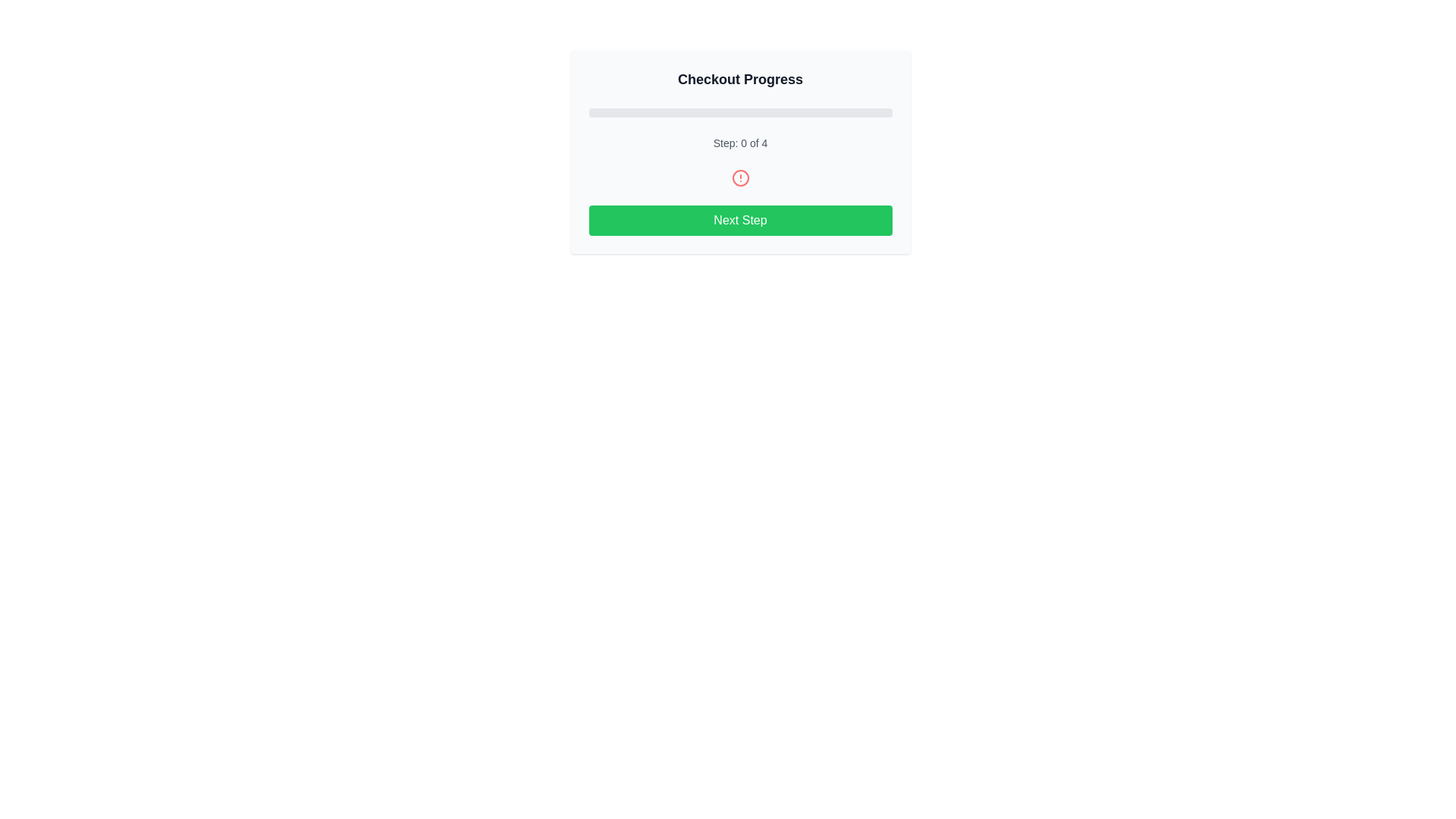 The width and height of the screenshot is (1456, 819). Describe the element at coordinates (740, 112) in the screenshot. I see `progress bar that visually represents the completion percentage during the checkout process, located centrally below the 'Checkout Progress' heading` at that location.